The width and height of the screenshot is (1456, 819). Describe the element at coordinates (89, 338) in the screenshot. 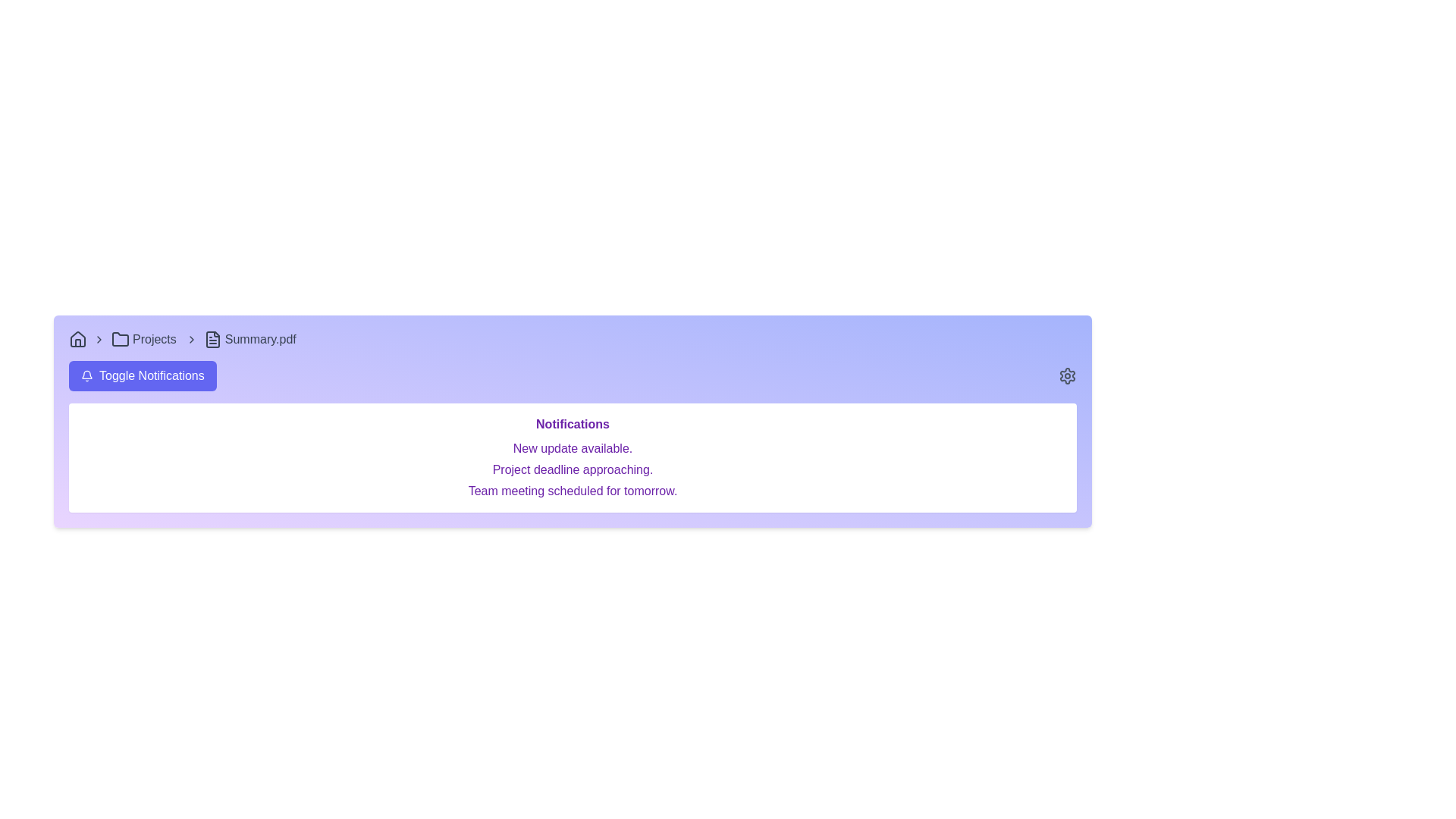

I see `the breadcrumb navigation item represented by a house icon with a chevron, located at the top-left of the interface` at that location.